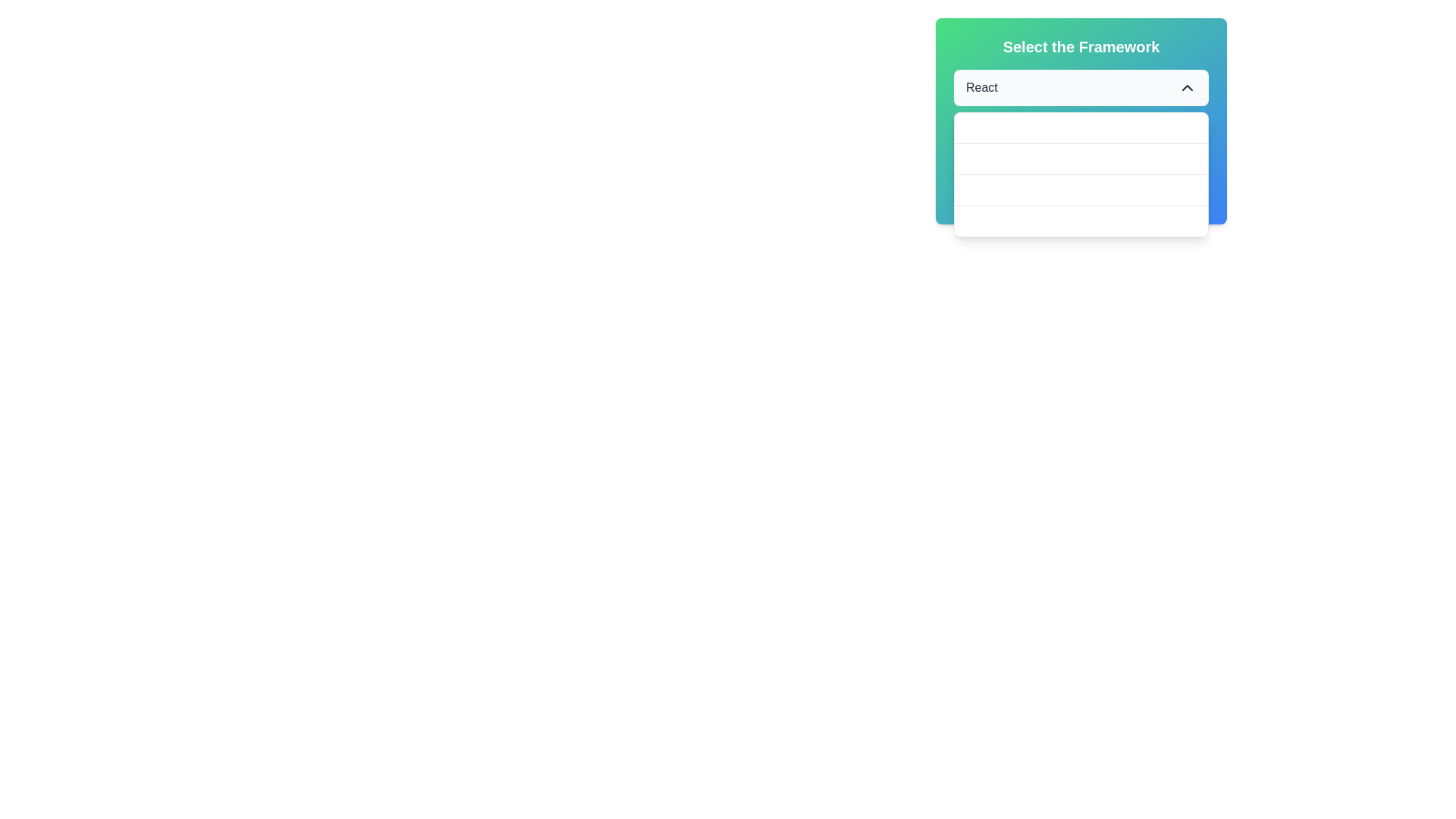  Describe the element at coordinates (1080, 45) in the screenshot. I see `the Text Header indicating the purpose of selecting a framework, which is located at the top of a card-like UI component with a gradient background from green to blue` at that location.